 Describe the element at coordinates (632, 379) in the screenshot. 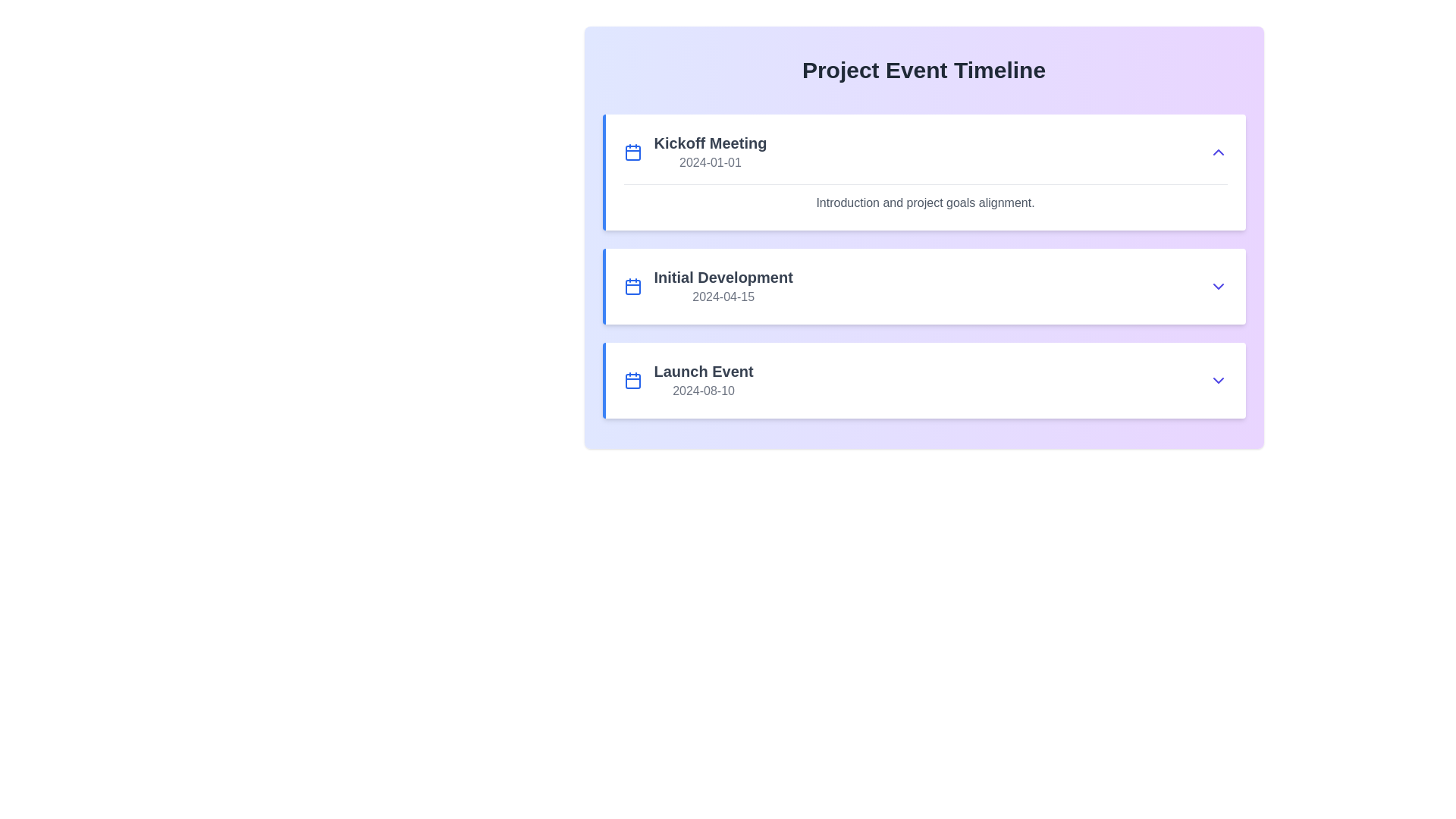

I see `the calendar icon located to the left of the 'Launch Event' text and above the date '2024-08-10' in the third event card of the 'Project Event Timeline' list` at that location.